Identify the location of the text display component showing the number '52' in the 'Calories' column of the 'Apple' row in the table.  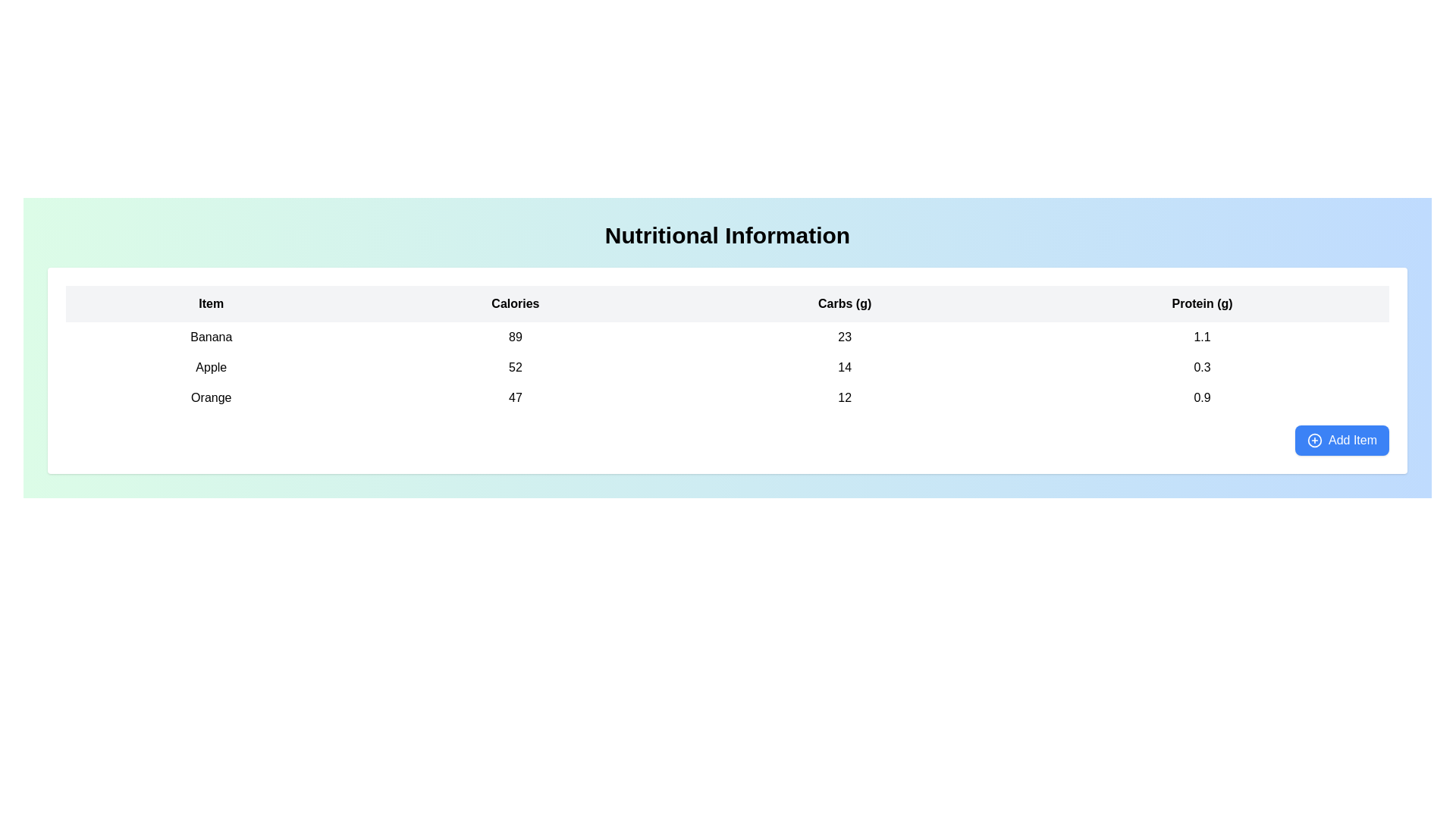
(515, 368).